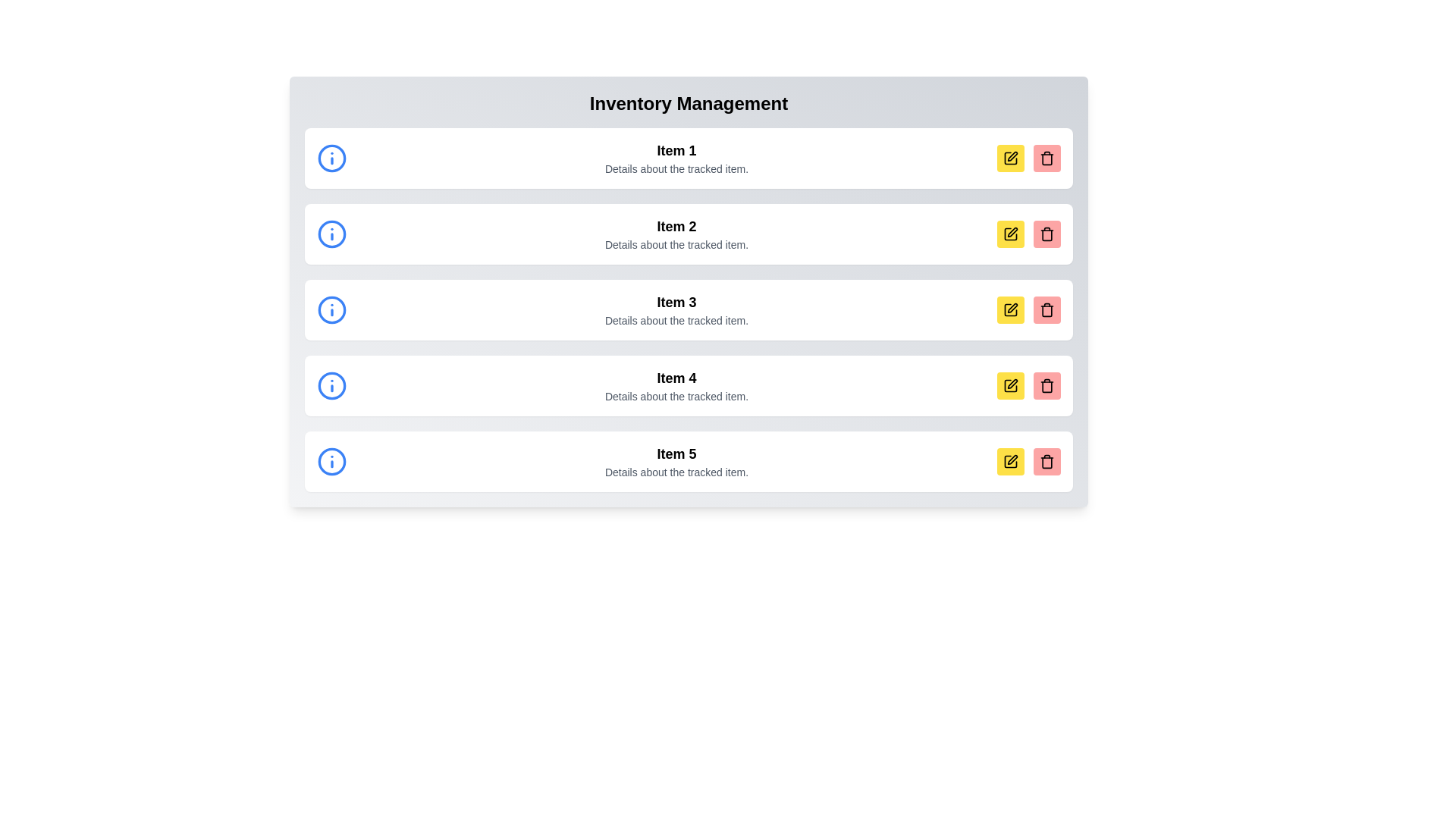 This screenshot has height=819, width=1456. What do you see at coordinates (1046, 158) in the screenshot?
I see `the trash bin icon on the far-right side of the item's row in the 'Inventory Management' section` at bounding box center [1046, 158].